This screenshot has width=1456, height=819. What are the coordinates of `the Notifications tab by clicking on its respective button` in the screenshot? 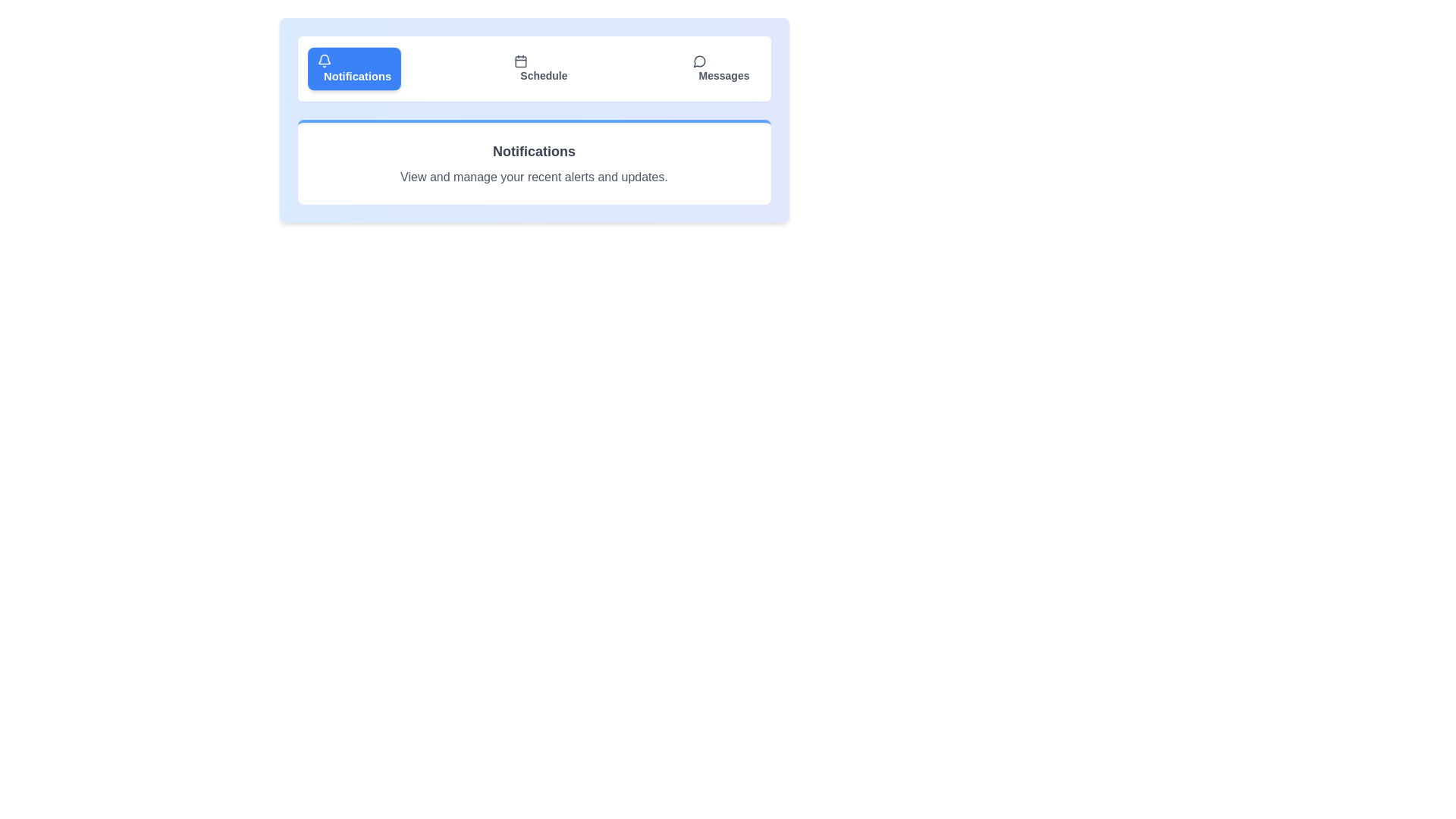 It's located at (353, 69).